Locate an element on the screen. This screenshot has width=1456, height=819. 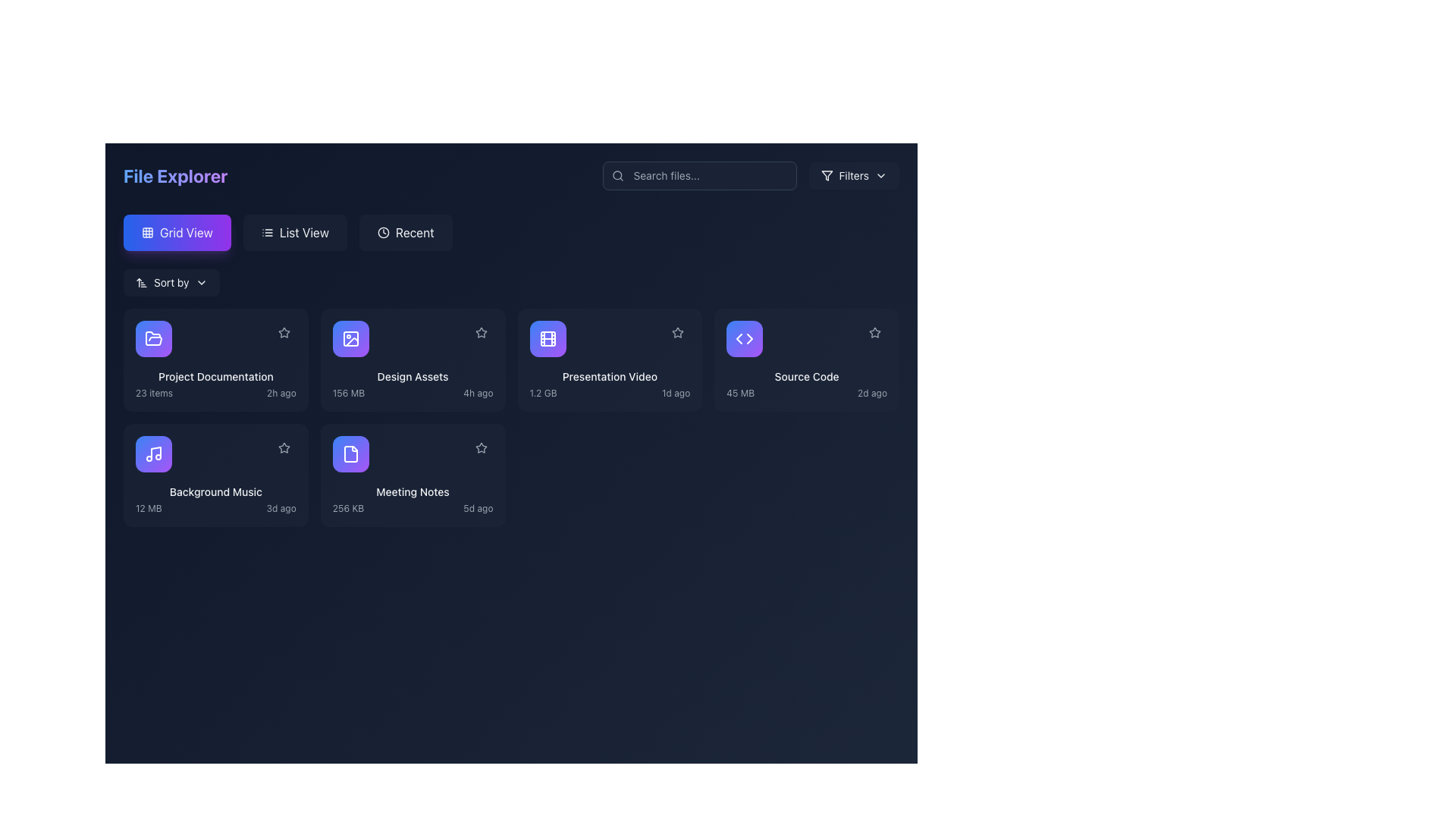
the static text label displaying '1.2 GB', which is positioned to the left of '1d ago' in the third item of the grid's top row is located at coordinates (543, 393).